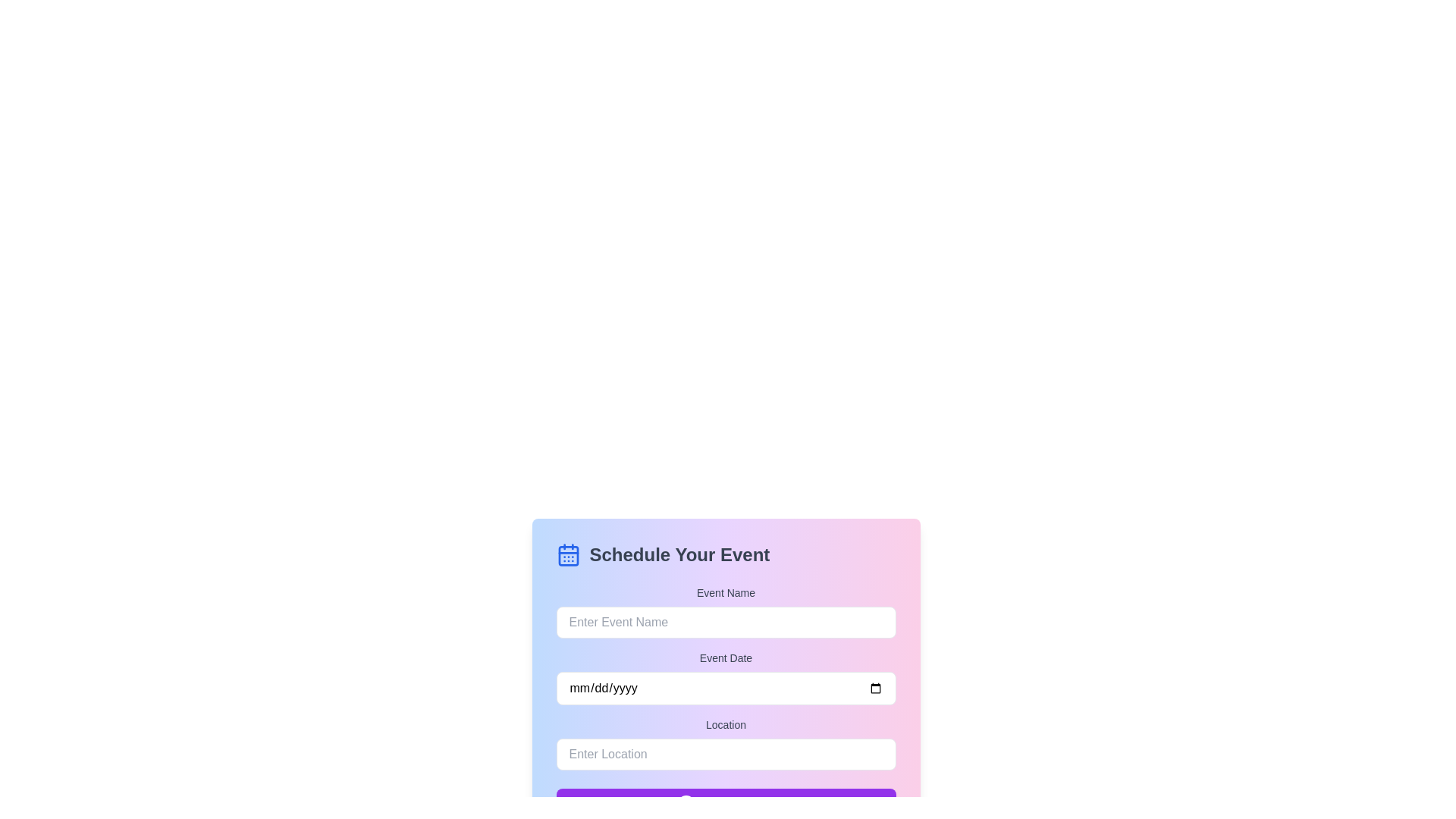  What do you see at coordinates (725, 688) in the screenshot?
I see `the Date input field with calendar picker, which has a placeholder formatted as 'mm/dd/yyyy', to focus the input` at bounding box center [725, 688].